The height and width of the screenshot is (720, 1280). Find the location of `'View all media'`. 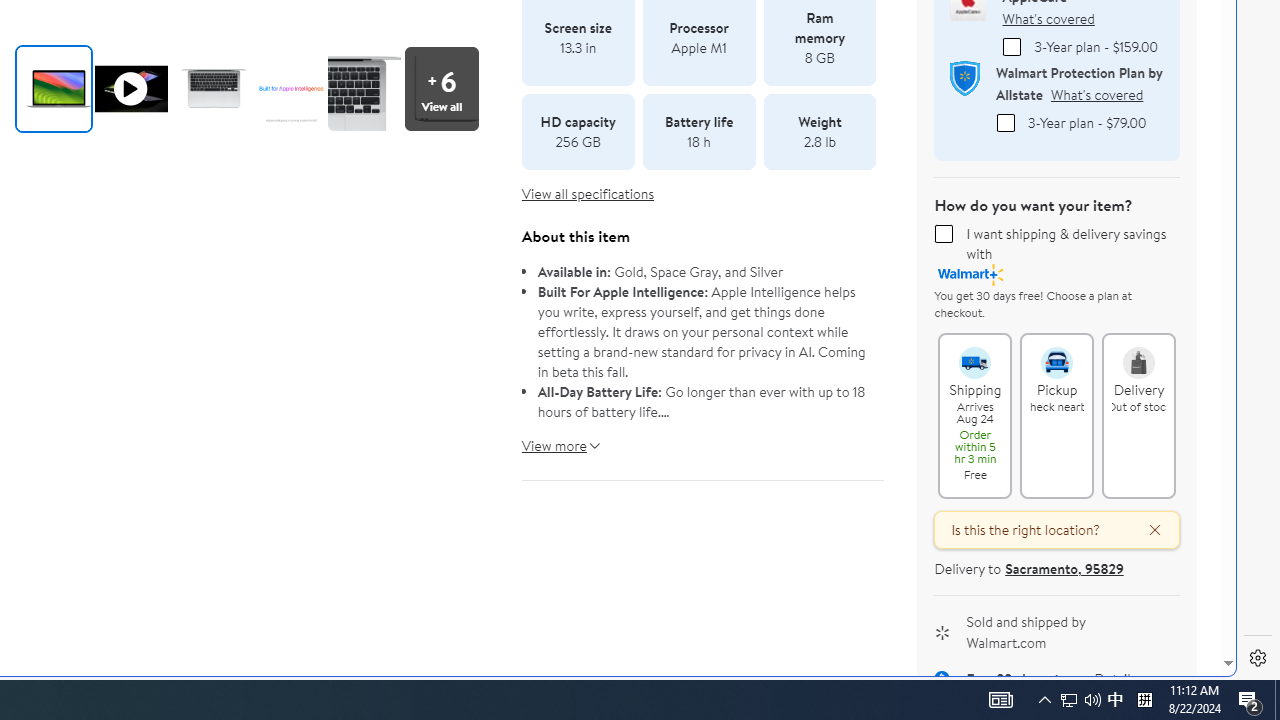

'View all media' is located at coordinates (440, 87).